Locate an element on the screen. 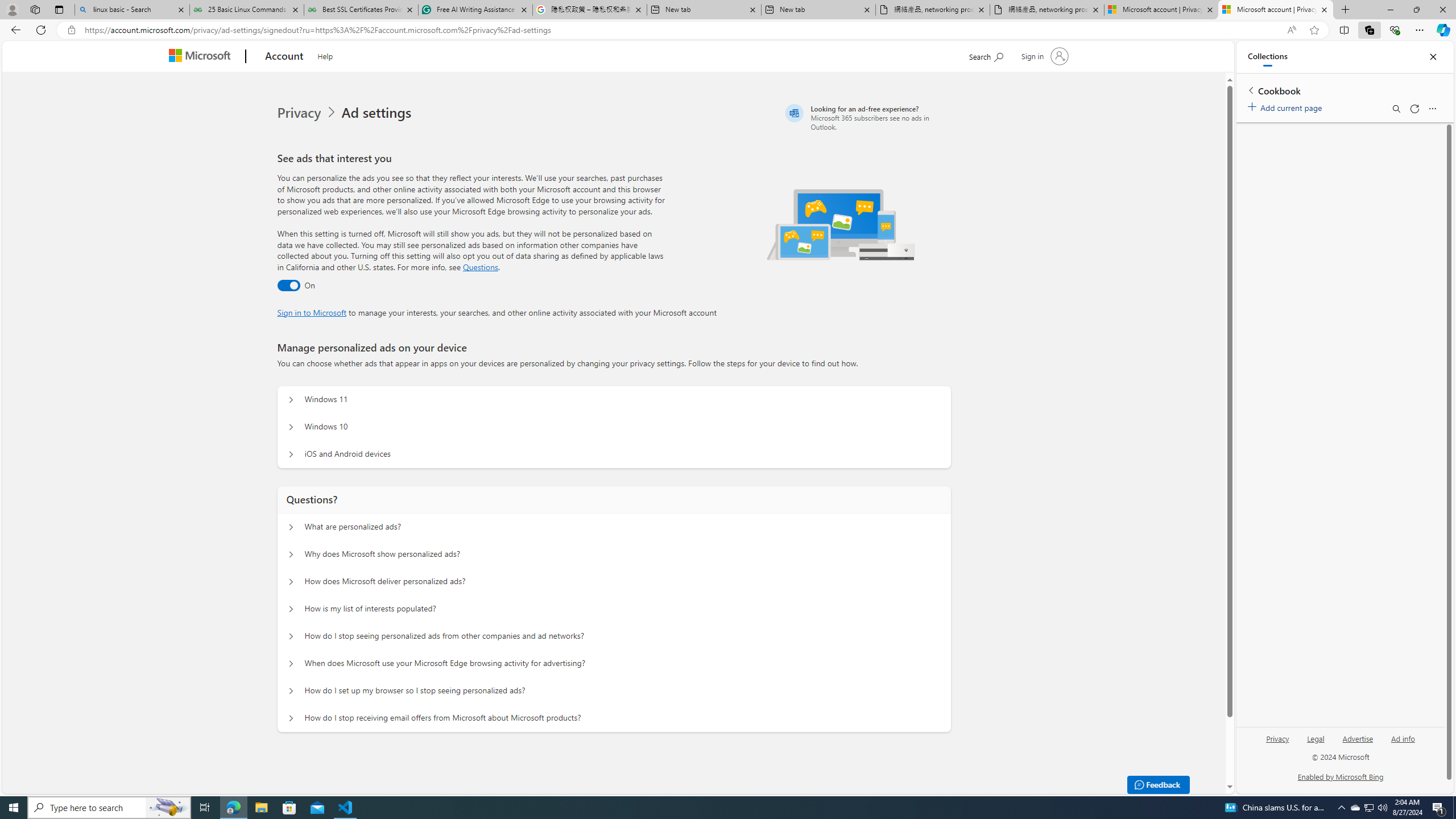 The width and height of the screenshot is (1456, 819). '25 Basic Linux Commands For Beginners - GeeksforGeeks' is located at coordinates (246, 9).